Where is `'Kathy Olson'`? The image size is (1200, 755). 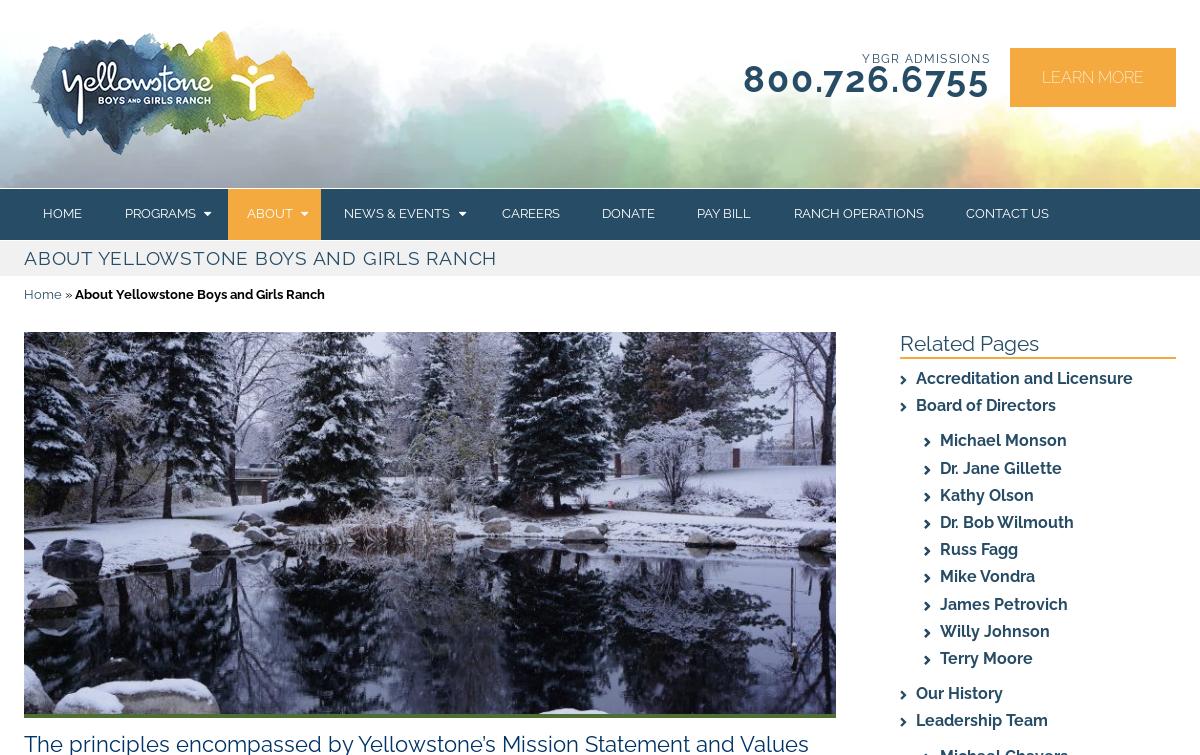 'Kathy Olson' is located at coordinates (987, 493).